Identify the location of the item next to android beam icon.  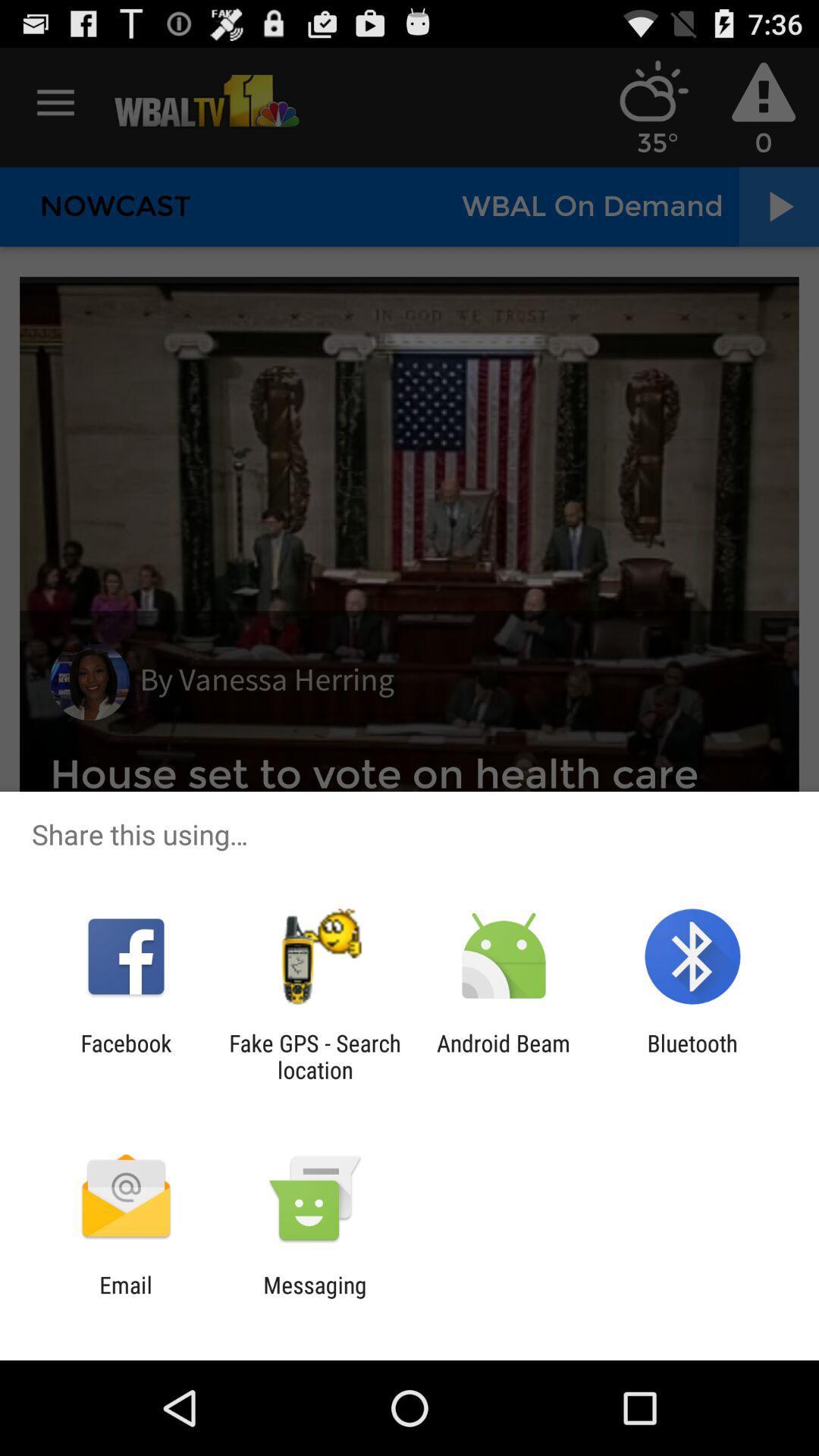
(692, 1056).